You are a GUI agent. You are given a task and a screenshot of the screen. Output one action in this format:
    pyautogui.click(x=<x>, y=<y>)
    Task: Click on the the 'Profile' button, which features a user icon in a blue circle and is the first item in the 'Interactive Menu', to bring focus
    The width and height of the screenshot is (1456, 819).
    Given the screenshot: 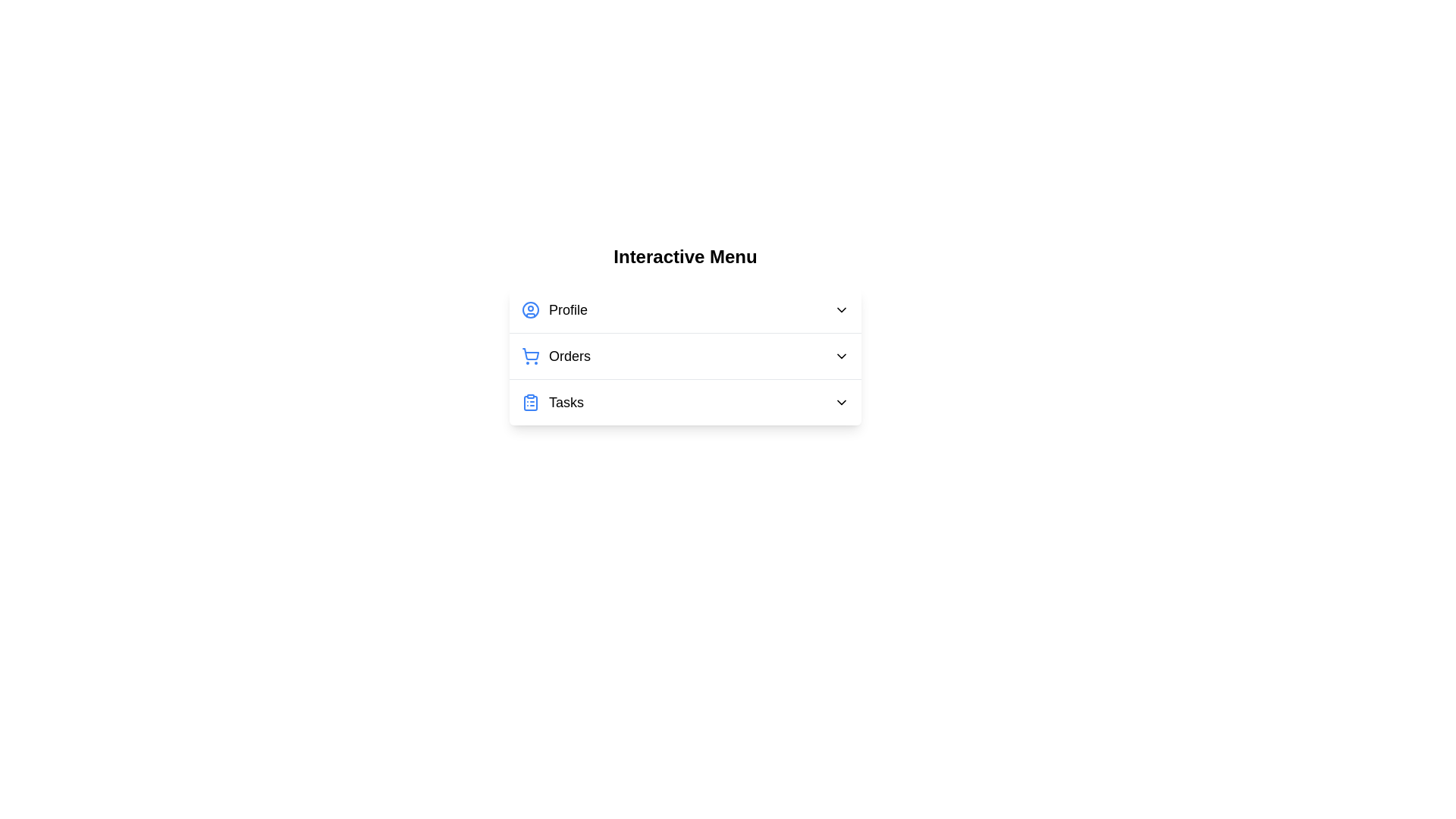 What is the action you would take?
    pyautogui.click(x=554, y=309)
    